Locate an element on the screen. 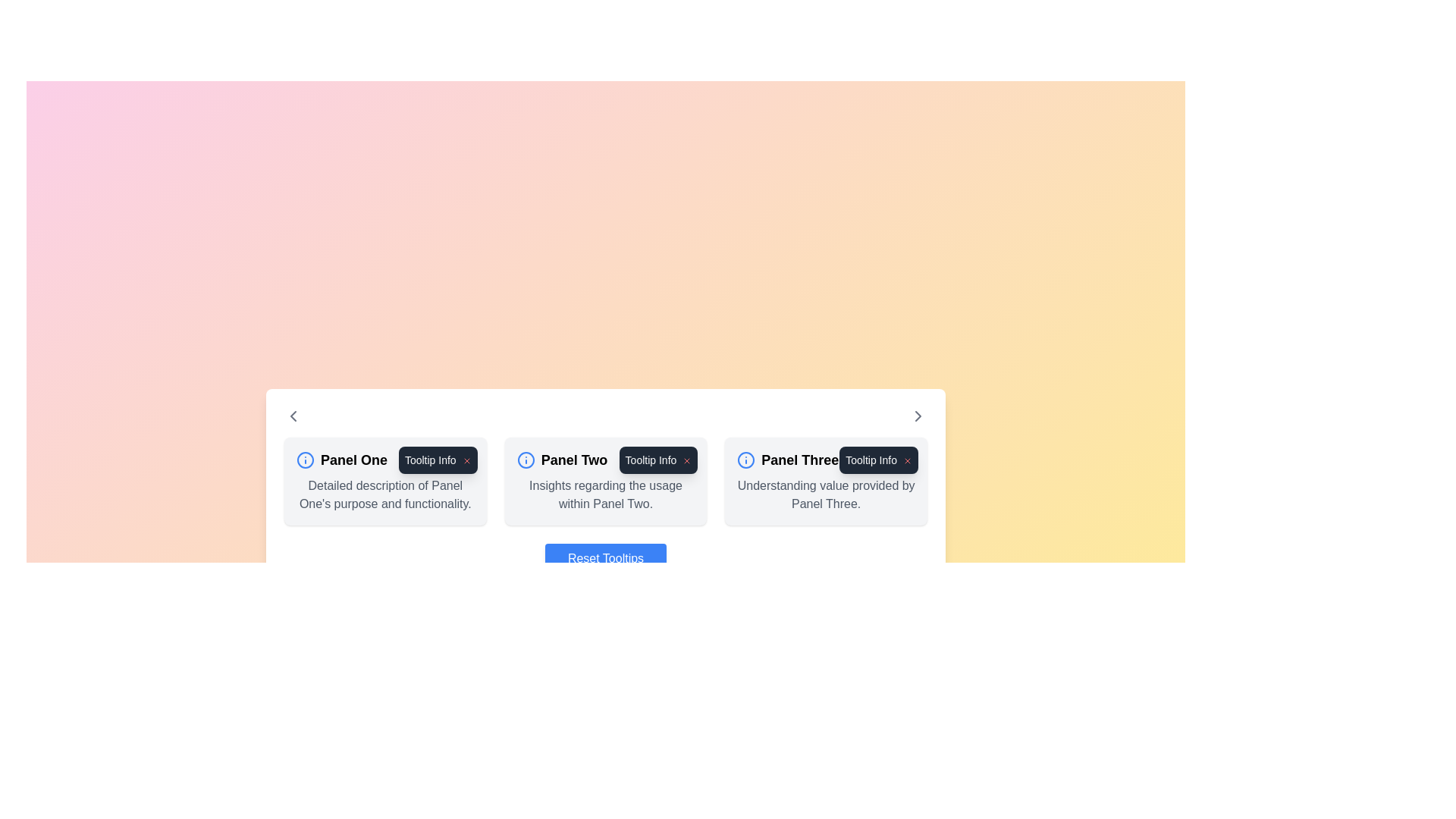  the interactive close button in the top-right corner of the 'Tooltip Info' tooltip associated with 'Panel Three' card is located at coordinates (907, 459).